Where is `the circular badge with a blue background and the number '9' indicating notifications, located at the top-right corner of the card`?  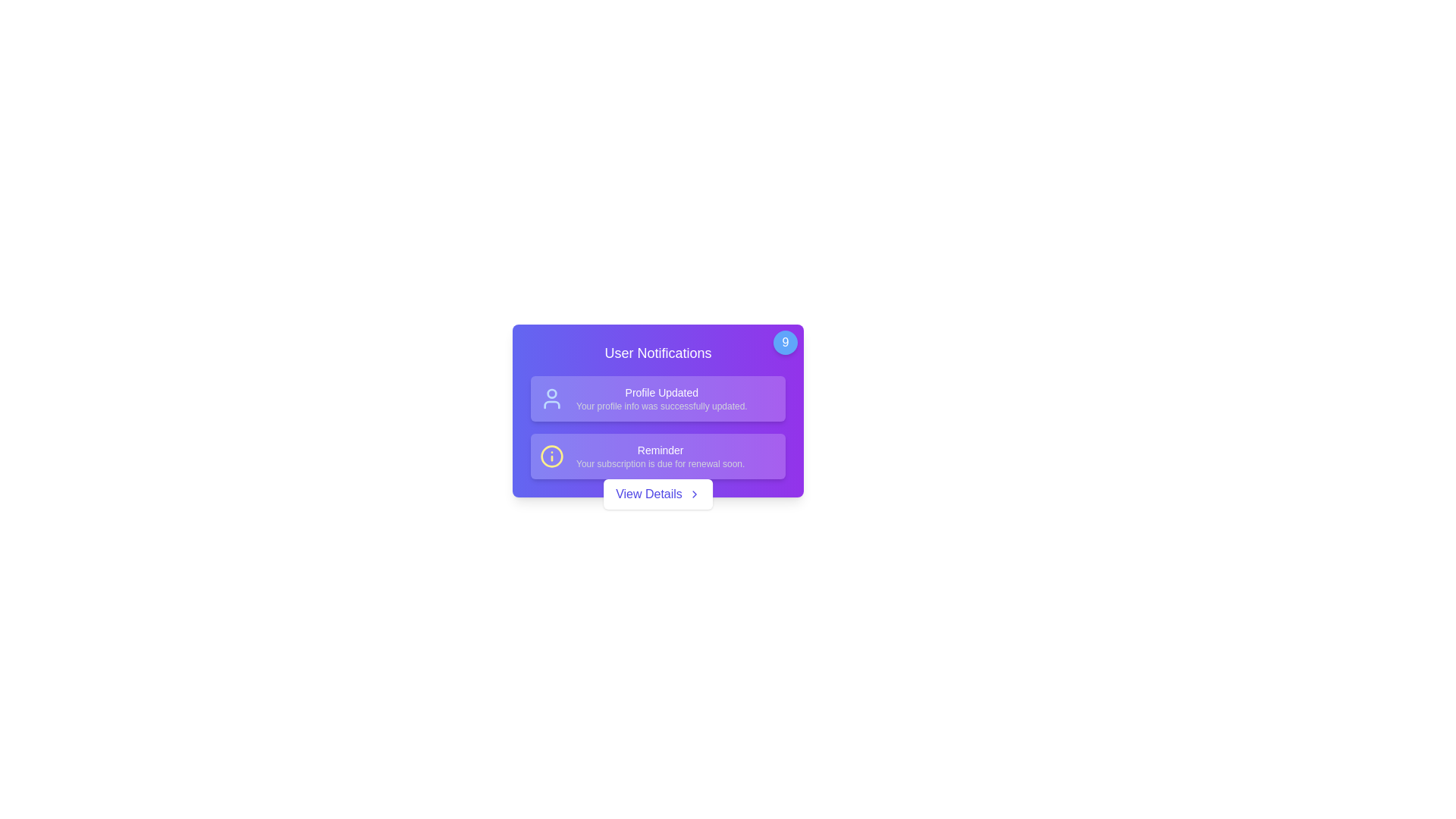 the circular badge with a blue background and the number '9' indicating notifications, located at the top-right corner of the card is located at coordinates (786, 342).